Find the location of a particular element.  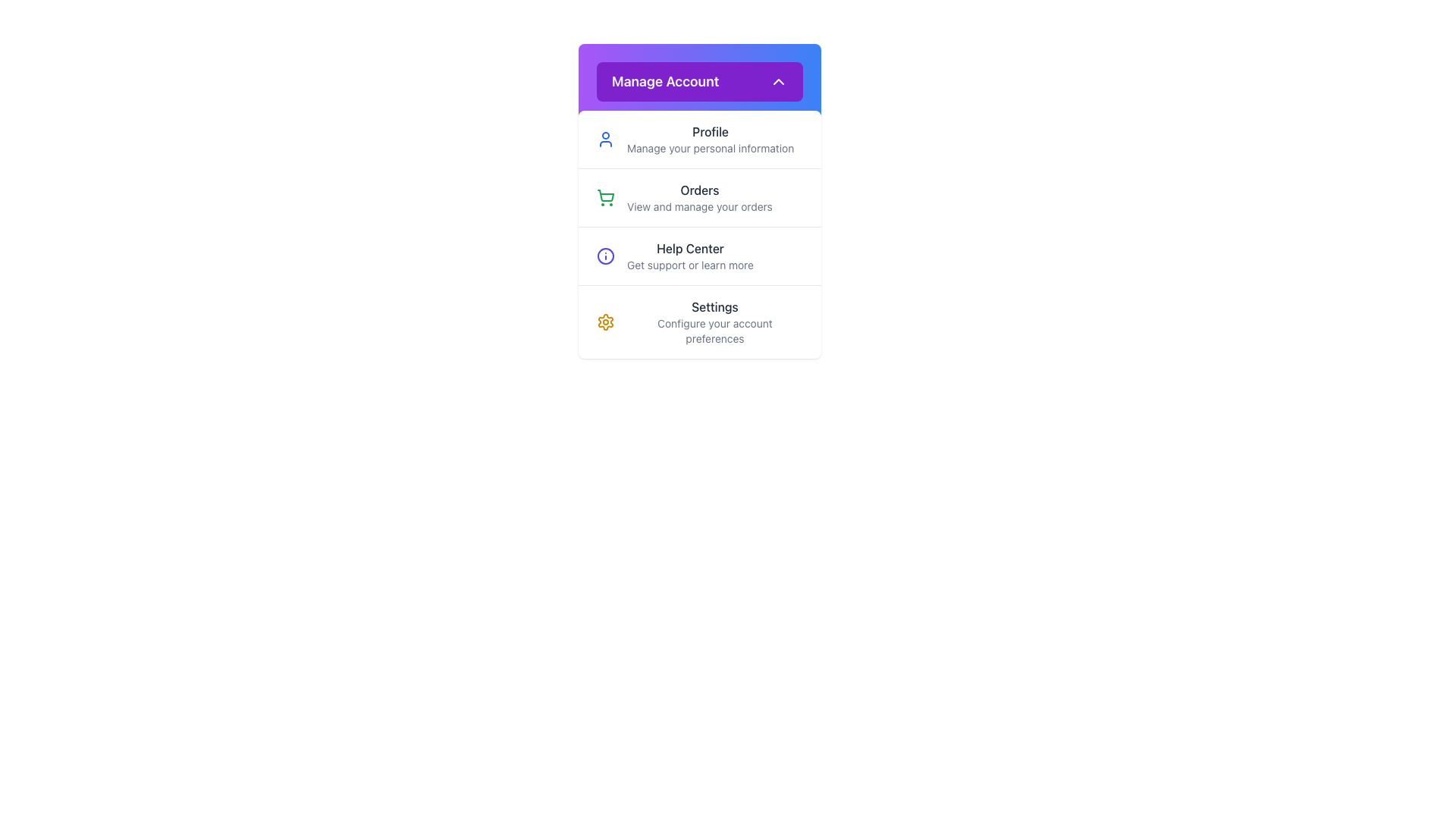

the 'Help Center' text block, which displays 'Help Center' in bold followed by 'Get support or learn more' in gray, located as the third item under 'Manage Account' is located at coordinates (689, 256).